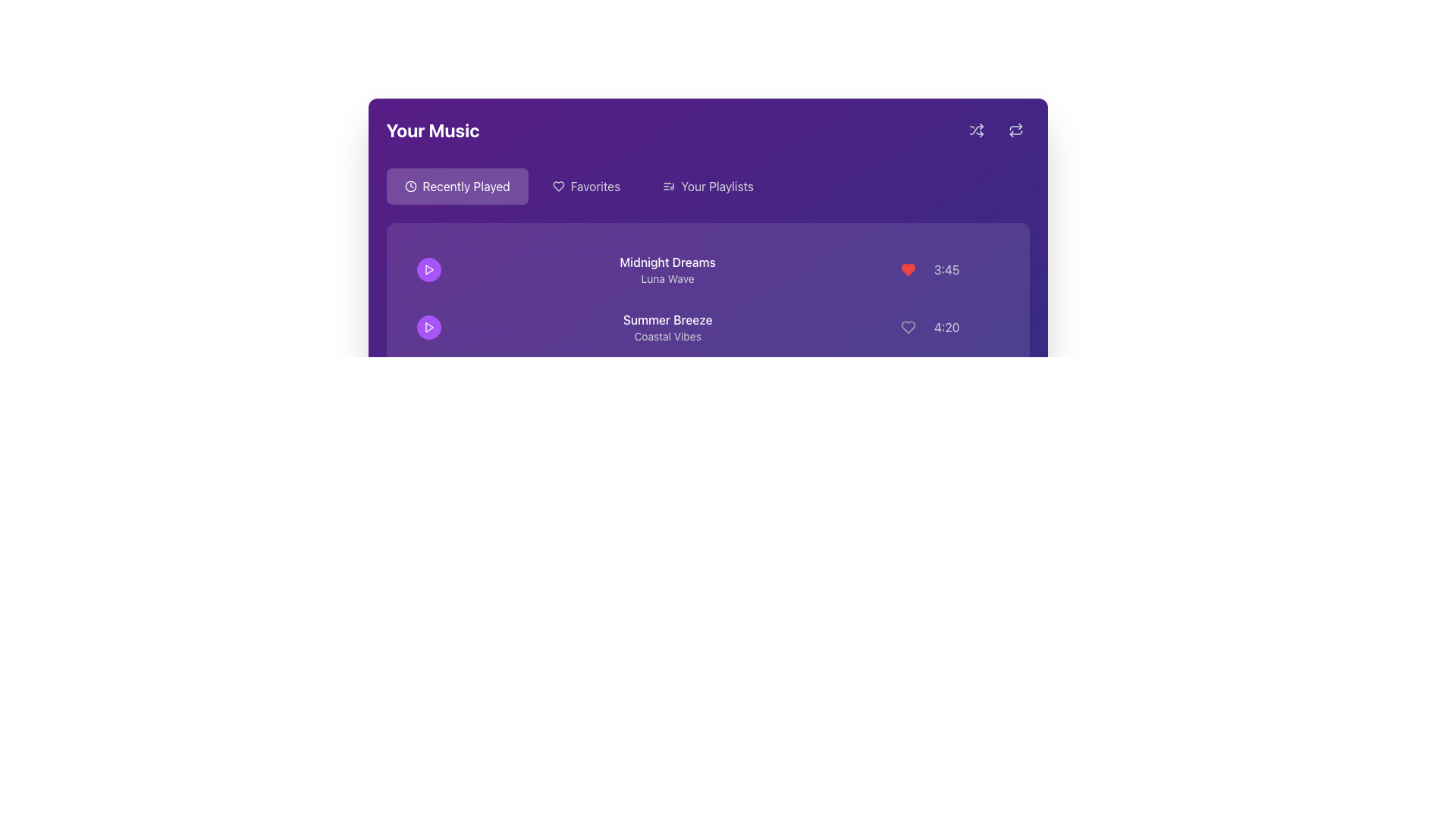  I want to click on the ellipsis icon button, so click(985, 268).